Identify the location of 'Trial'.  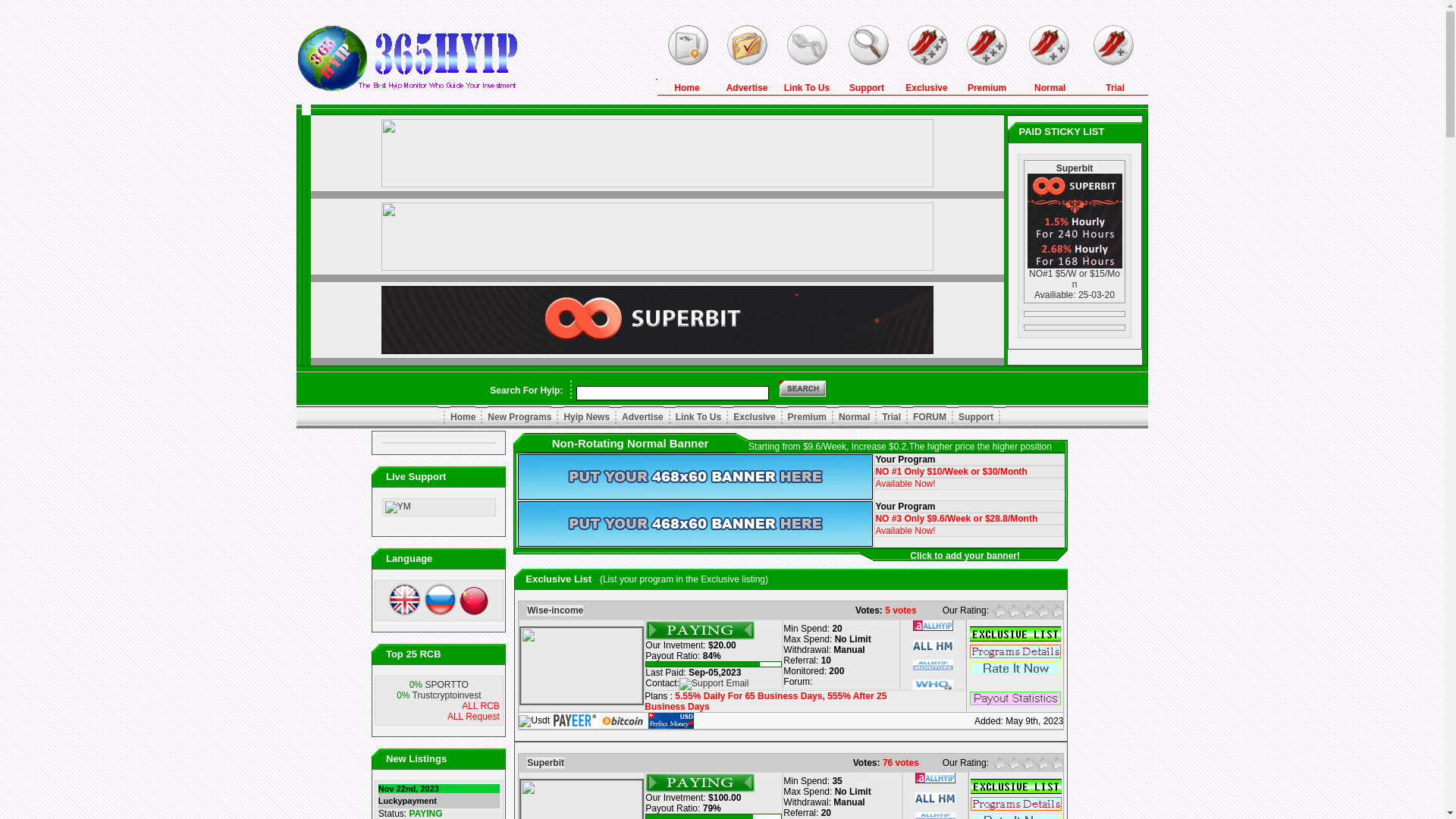
(891, 417).